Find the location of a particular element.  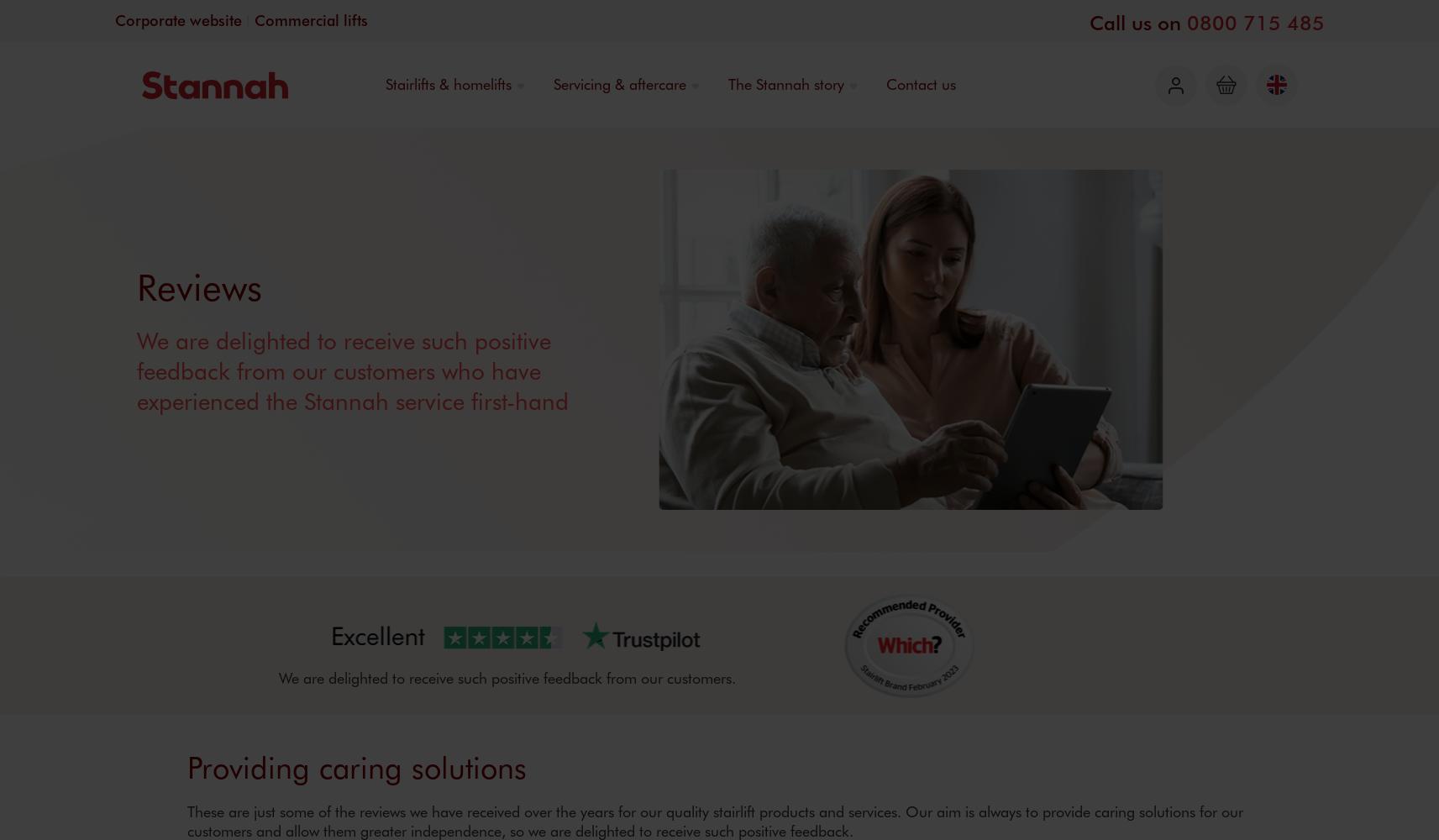

'Reviews' is located at coordinates (198, 284).